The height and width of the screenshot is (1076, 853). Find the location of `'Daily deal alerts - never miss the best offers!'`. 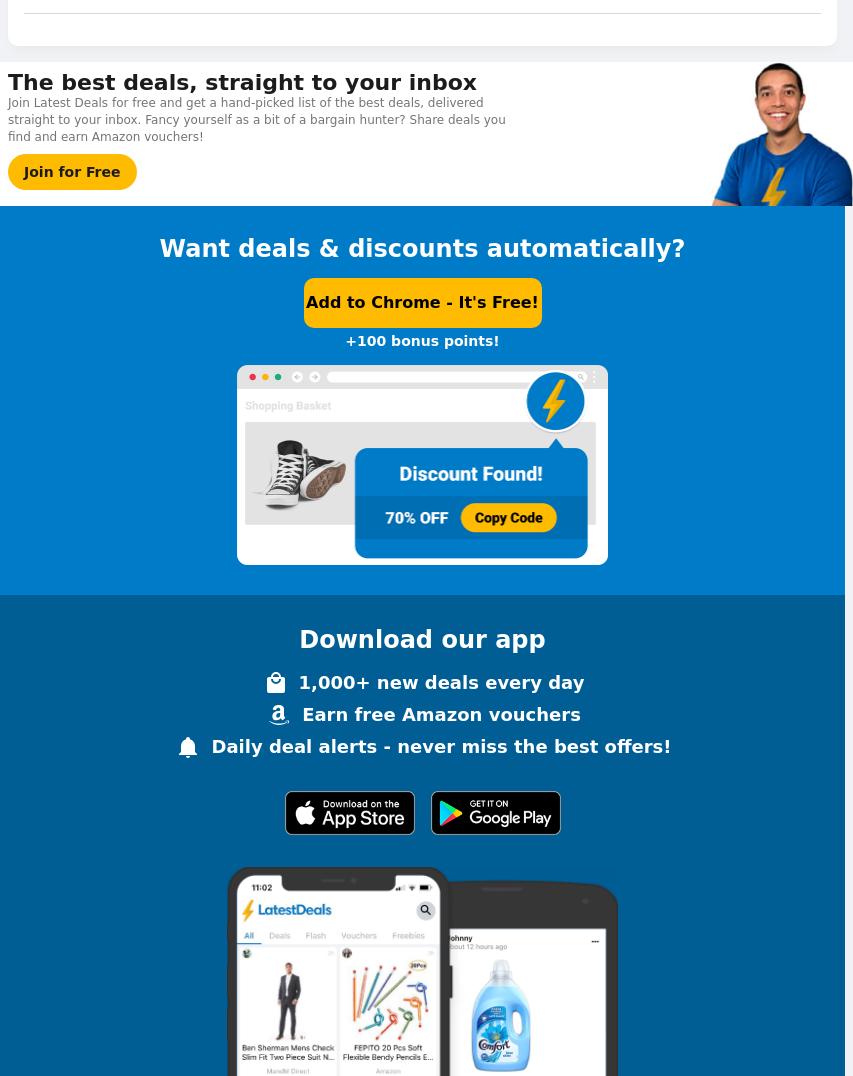

'Daily deal alerts - never miss the best offers!' is located at coordinates (441, 744).